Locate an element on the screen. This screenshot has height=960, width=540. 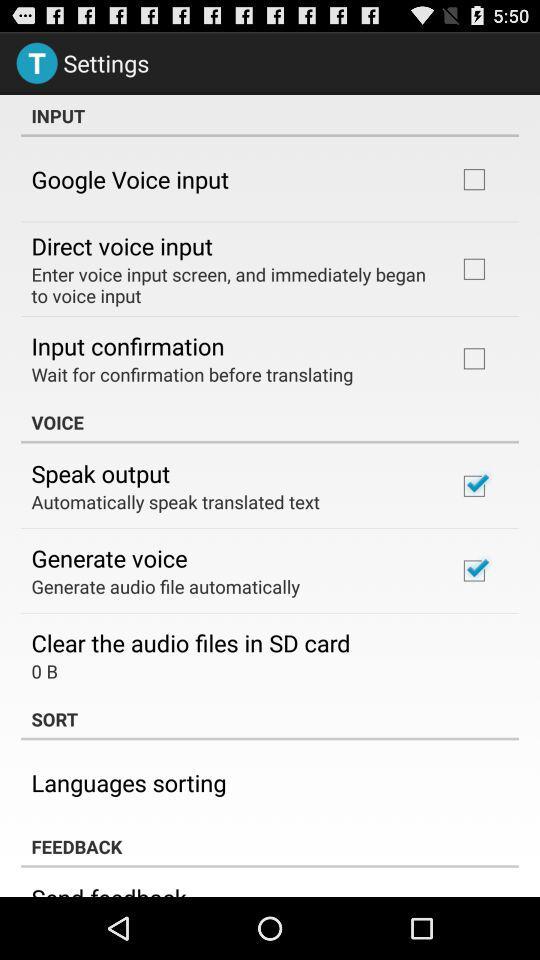
generate audio file is located at coordinates (164, 586).